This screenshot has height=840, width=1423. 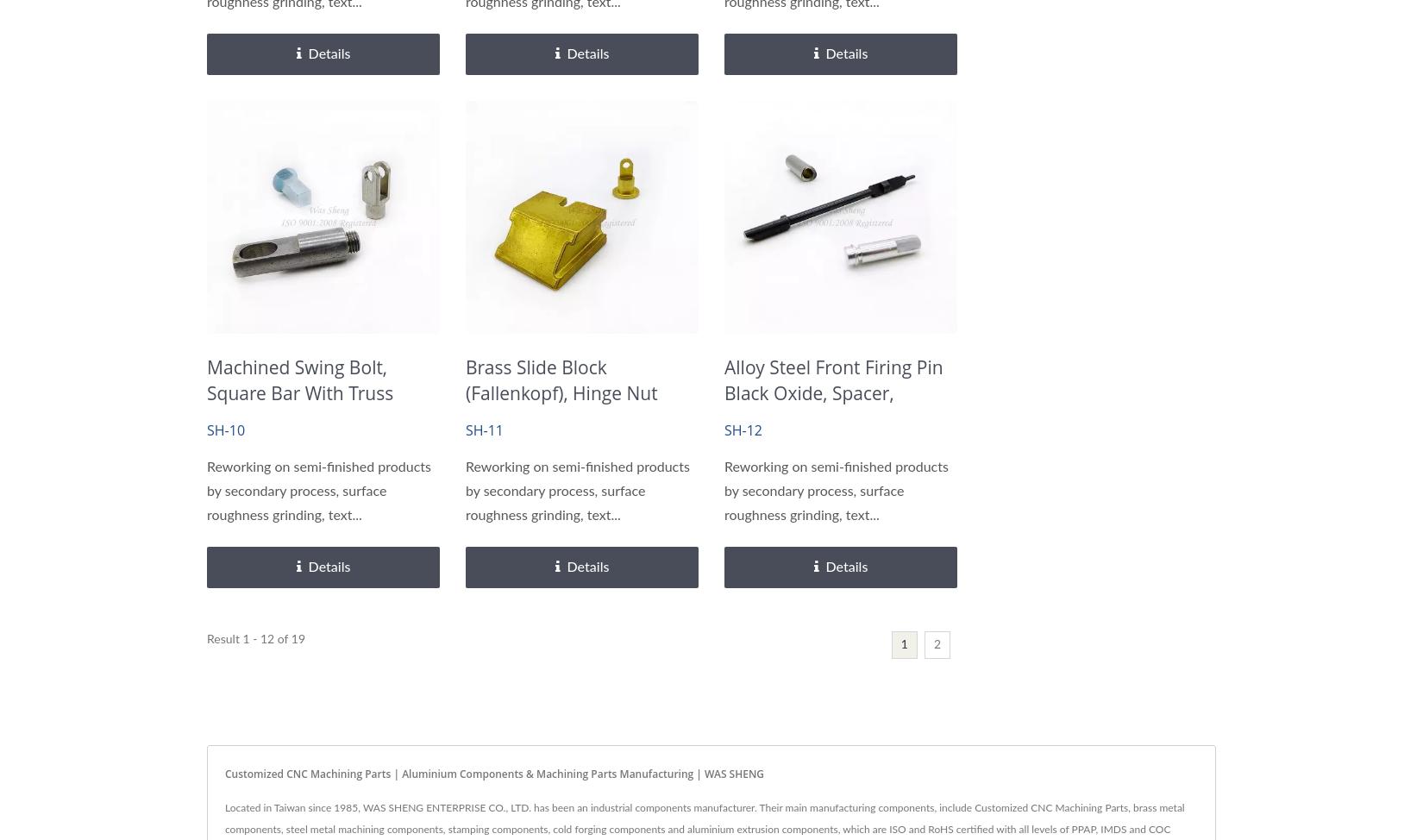 What do you see at coordinates (743, 429) in the screenshot?
I see `'SH-12'` at bounding box center [743, 429].